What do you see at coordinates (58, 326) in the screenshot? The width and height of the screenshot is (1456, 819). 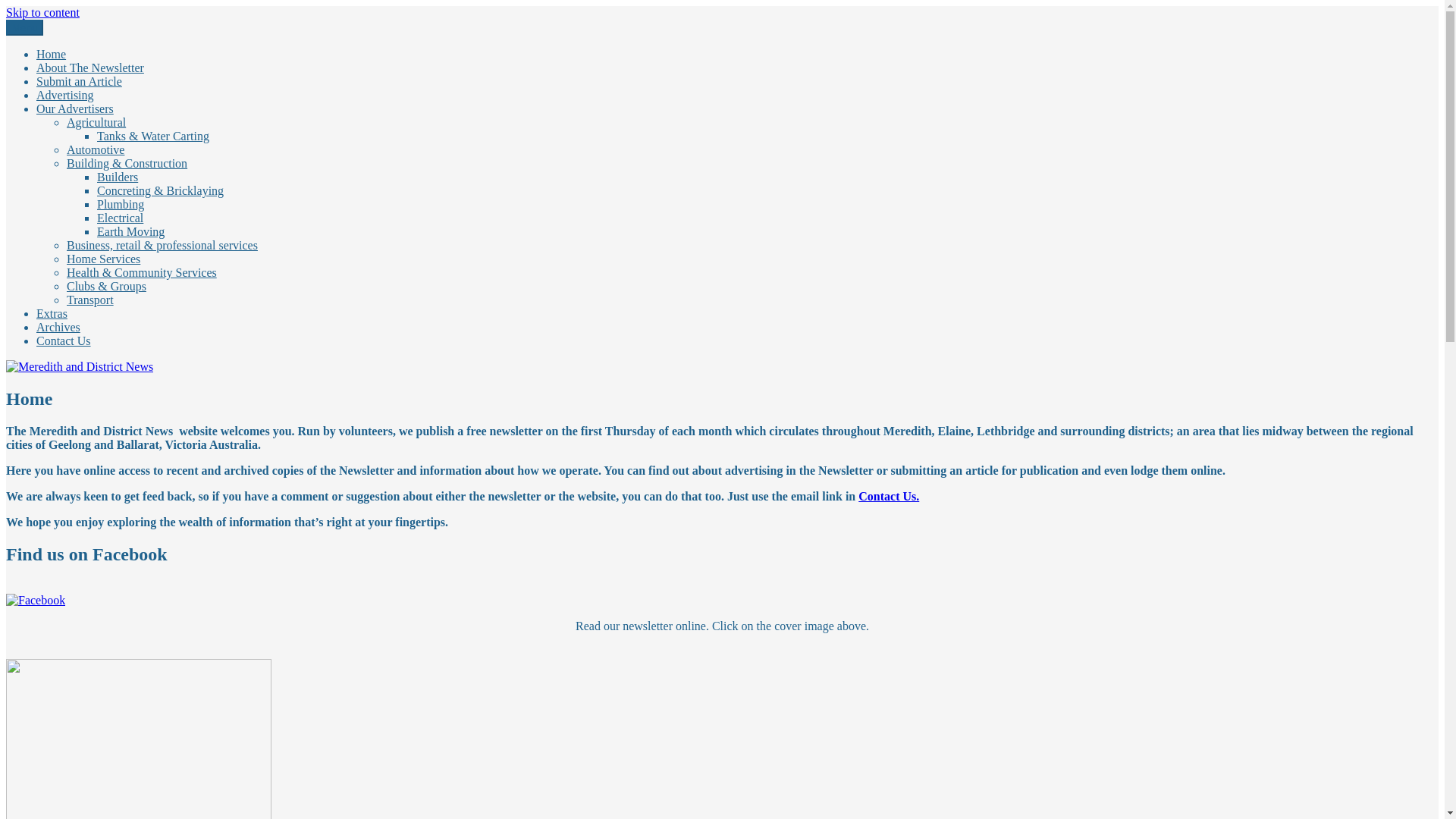 I see `'Archives'` at bounding box center [58, 326].